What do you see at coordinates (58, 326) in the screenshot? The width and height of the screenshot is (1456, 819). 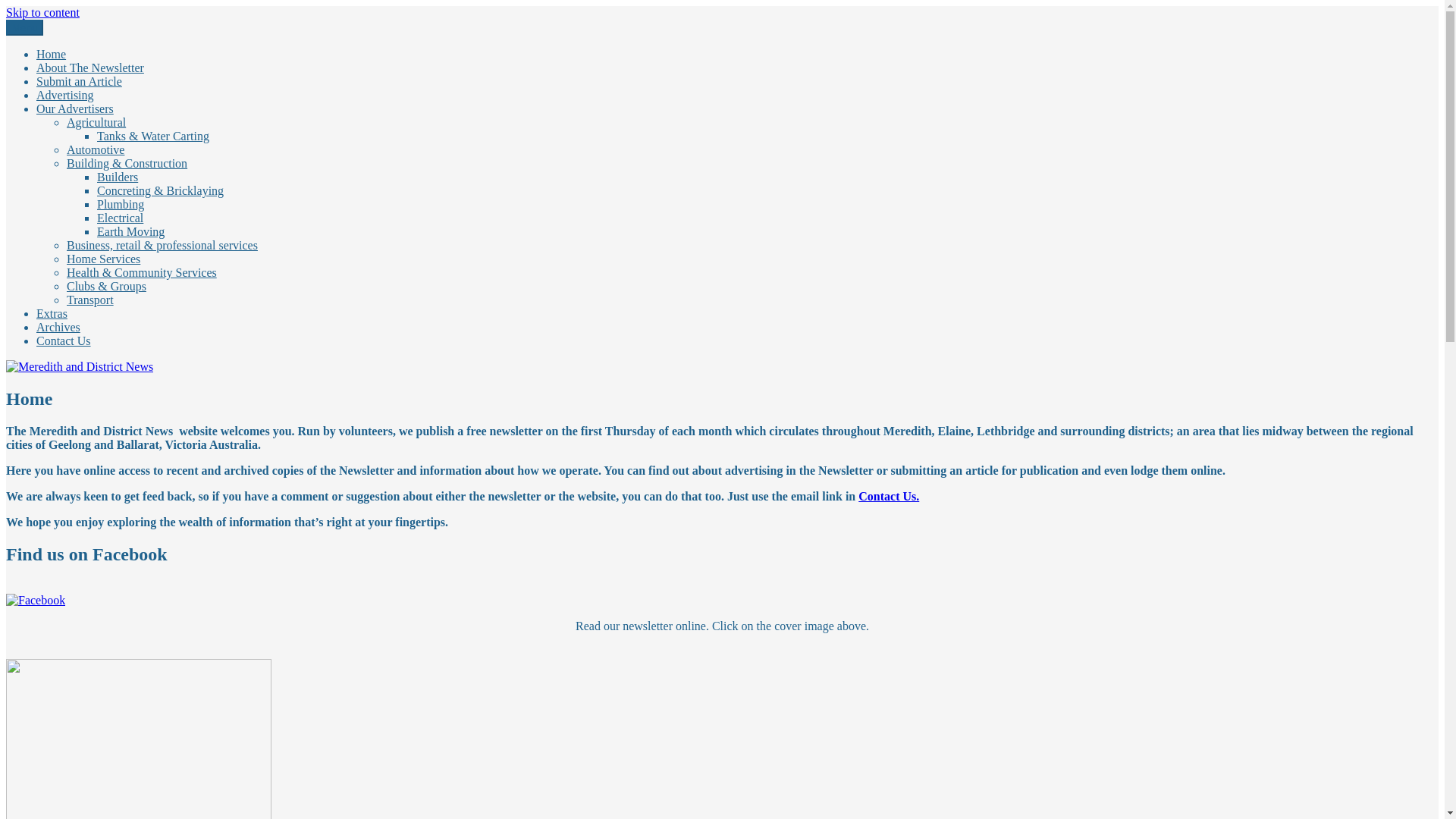 I see `'Archives'` at bounding box center [58, 326].